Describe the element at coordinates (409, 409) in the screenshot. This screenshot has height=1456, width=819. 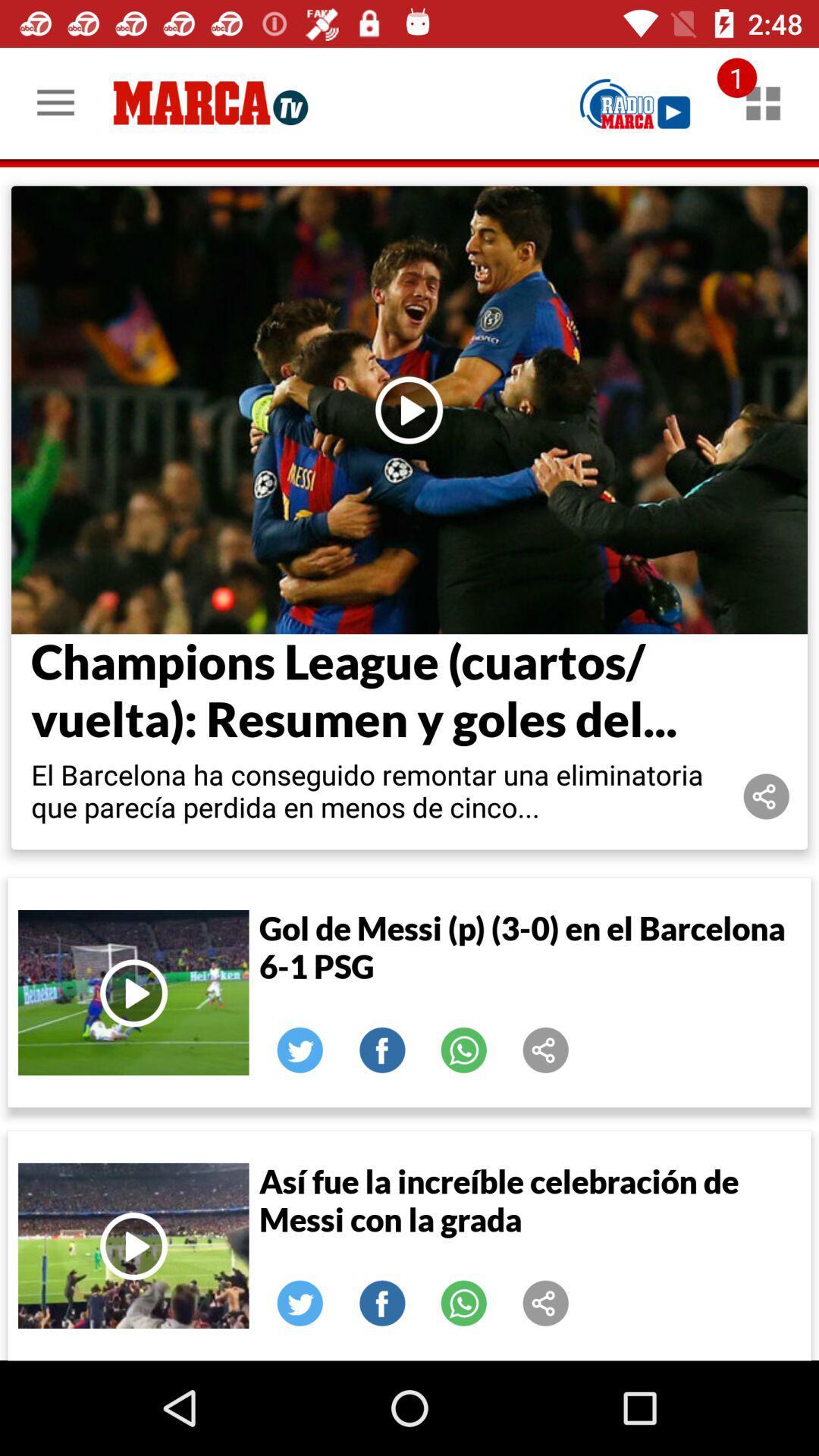
I see `load selected article` at that location.